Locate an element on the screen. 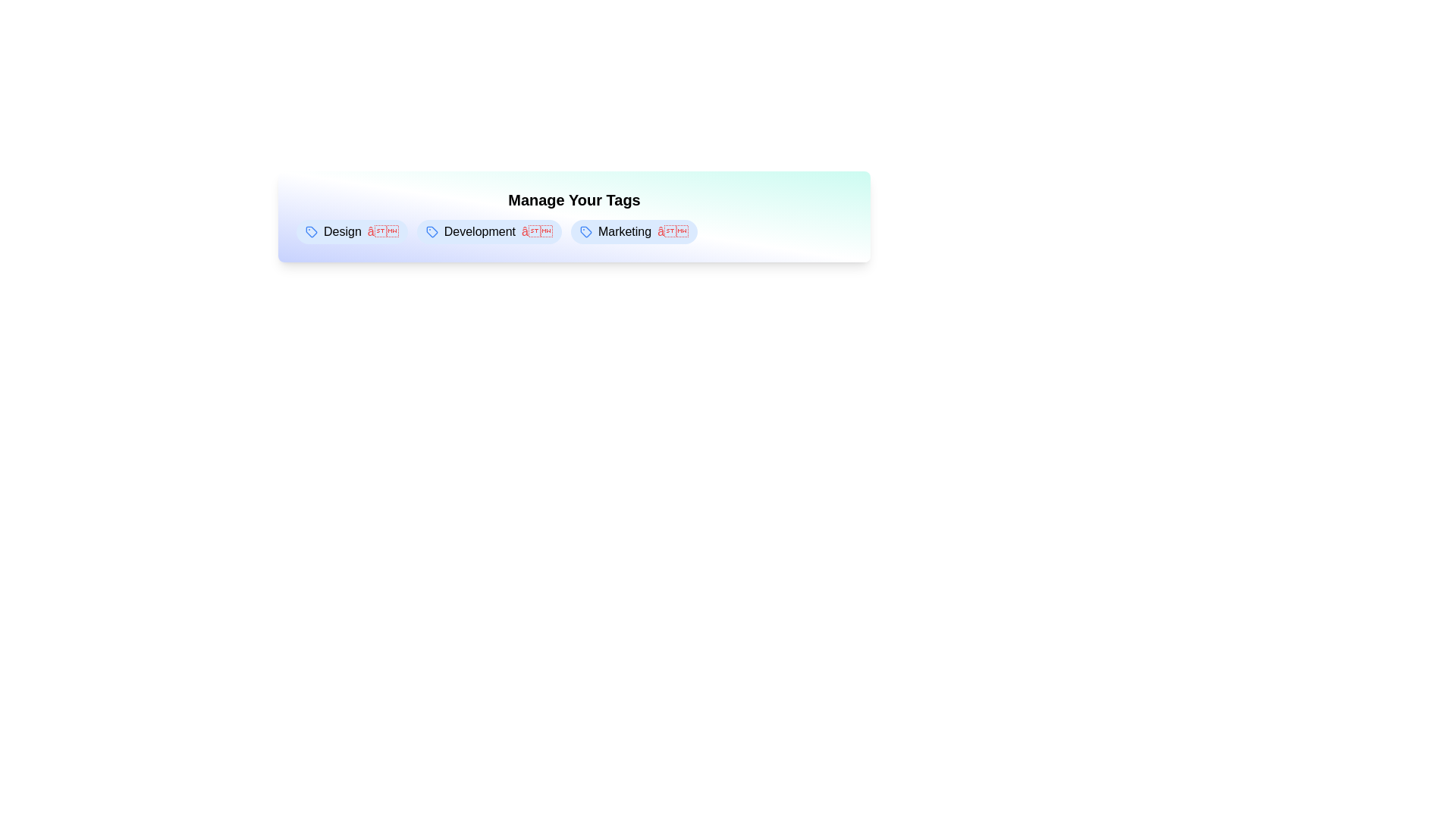 Image resolution: width=1456 pixels, height=819 pixels. remove button next to the tag labeled Design is located at coordinates (382, 231).